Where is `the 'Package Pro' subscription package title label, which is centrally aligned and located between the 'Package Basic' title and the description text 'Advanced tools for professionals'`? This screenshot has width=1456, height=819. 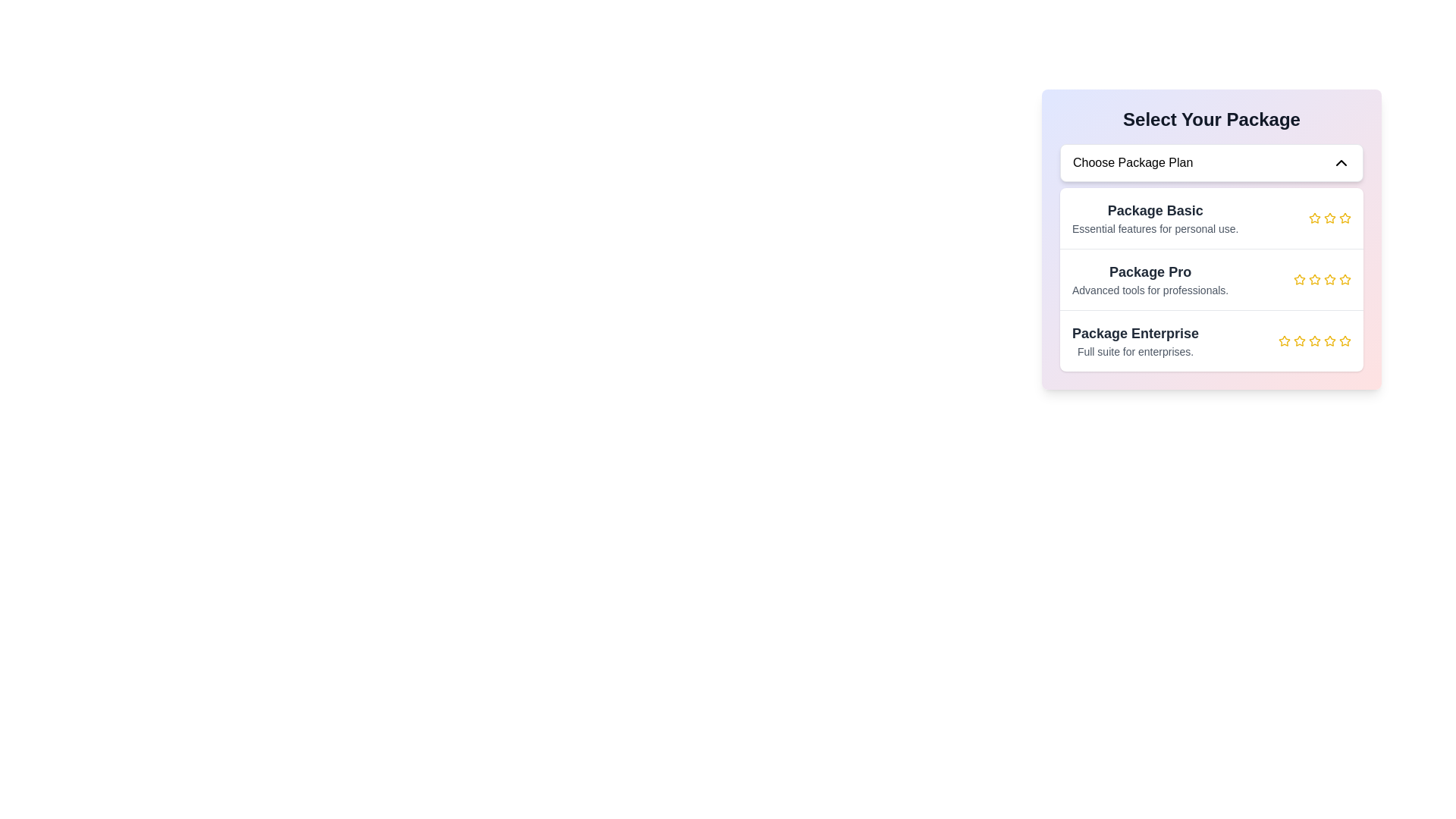 the 'Package Pro' subscription package title label, which is centrally aligned and located between the 'Package Basic' title and the description text 'Advanced tools for professionals' is located at coordinates (1150, 271).